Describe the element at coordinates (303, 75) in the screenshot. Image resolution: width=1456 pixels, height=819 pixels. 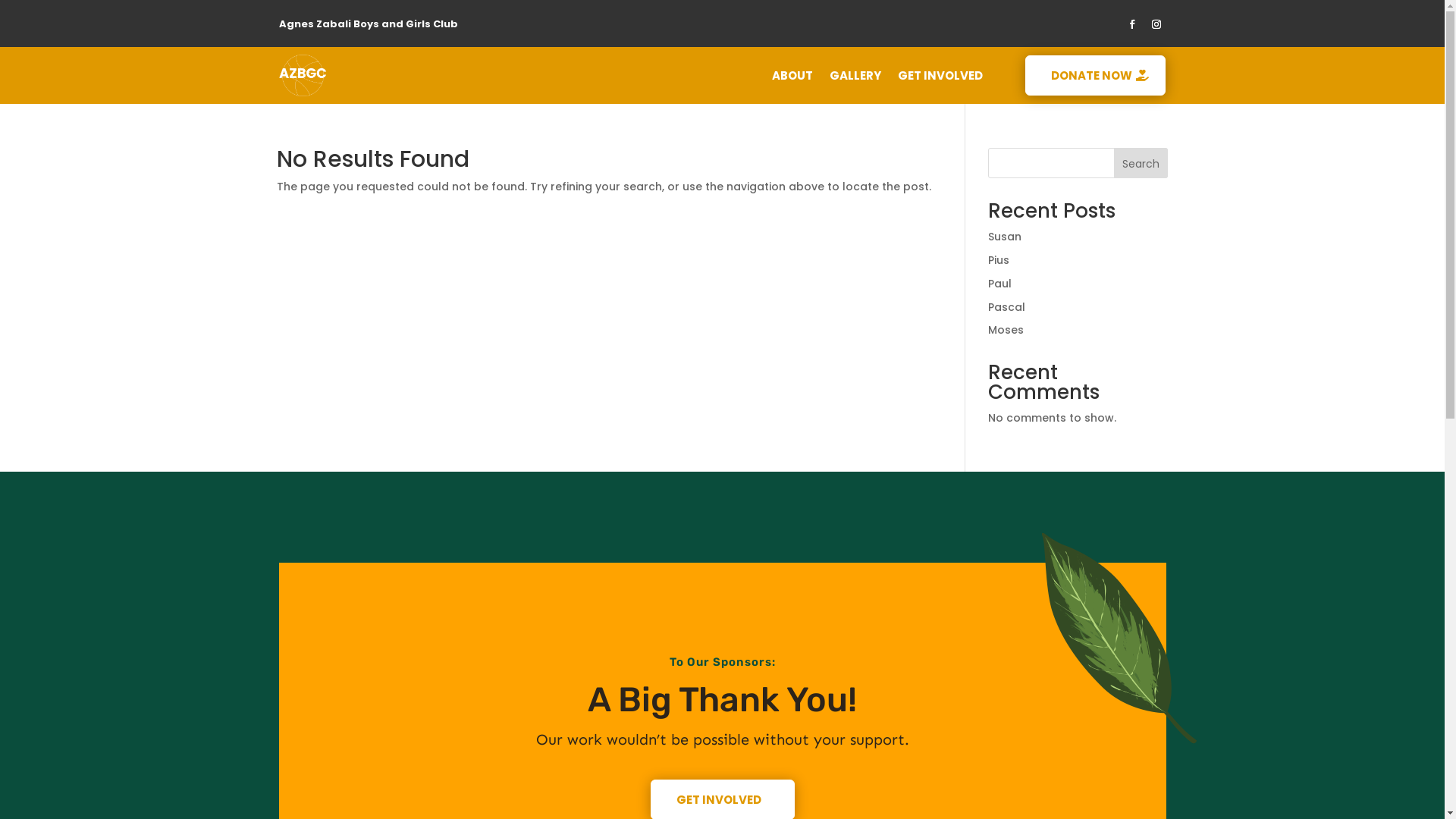
I see `'Logo Text Through Short'` at that location.